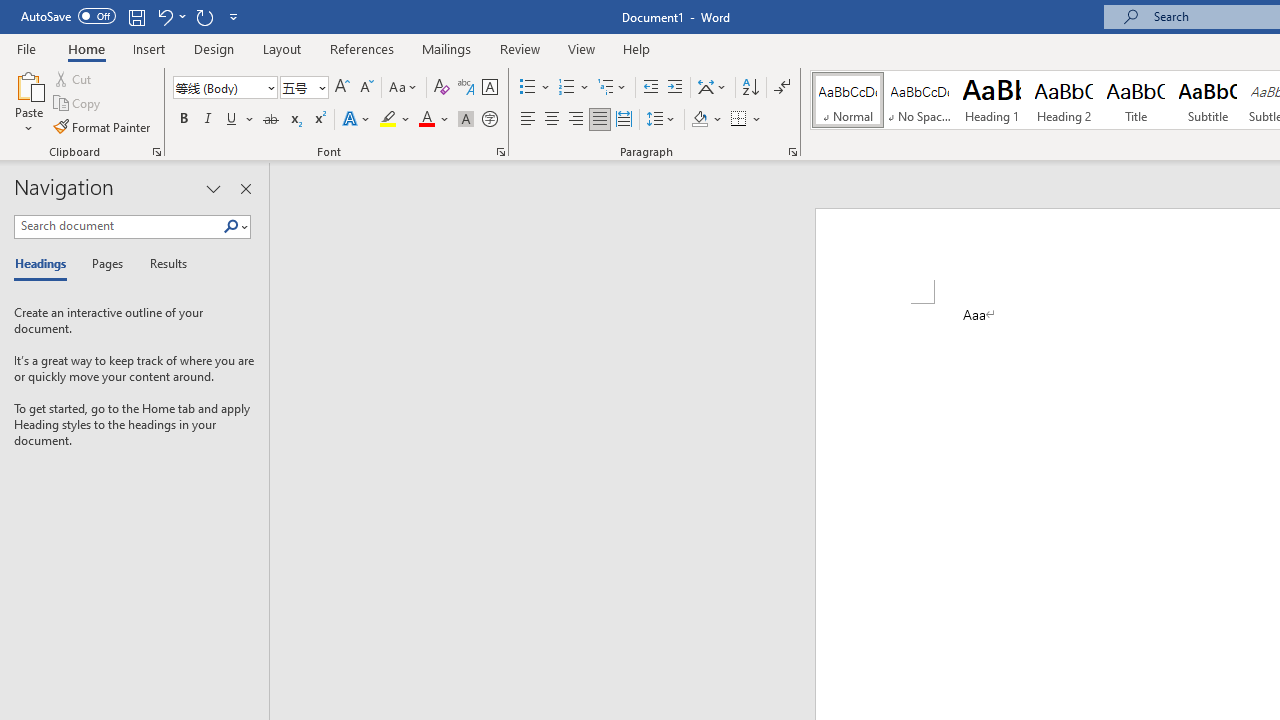  Describe the element at coordinates (575, 119) in the screenshot. I see `'Align Right'` at that location.